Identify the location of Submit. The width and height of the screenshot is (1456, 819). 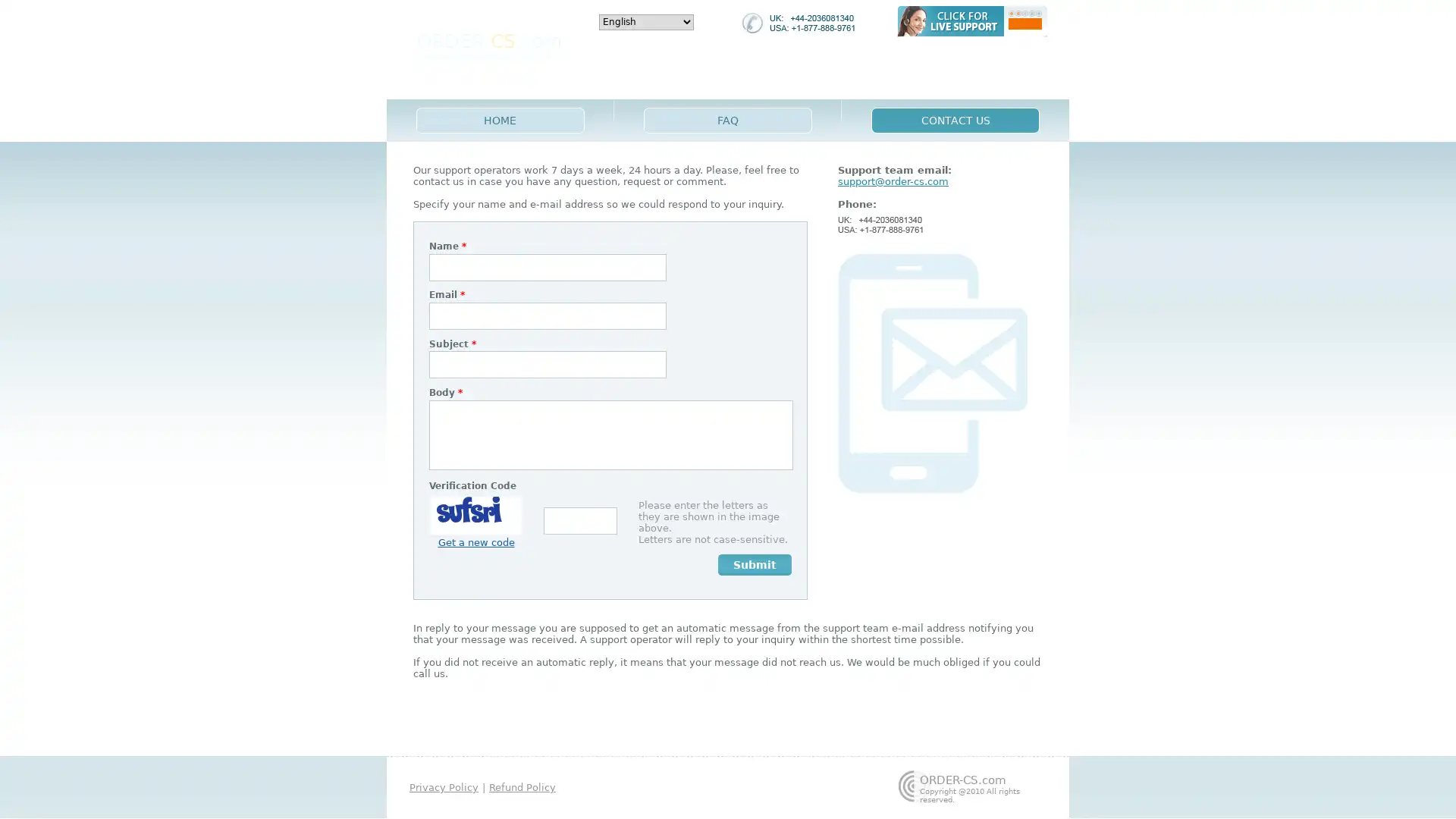
(755, 564).